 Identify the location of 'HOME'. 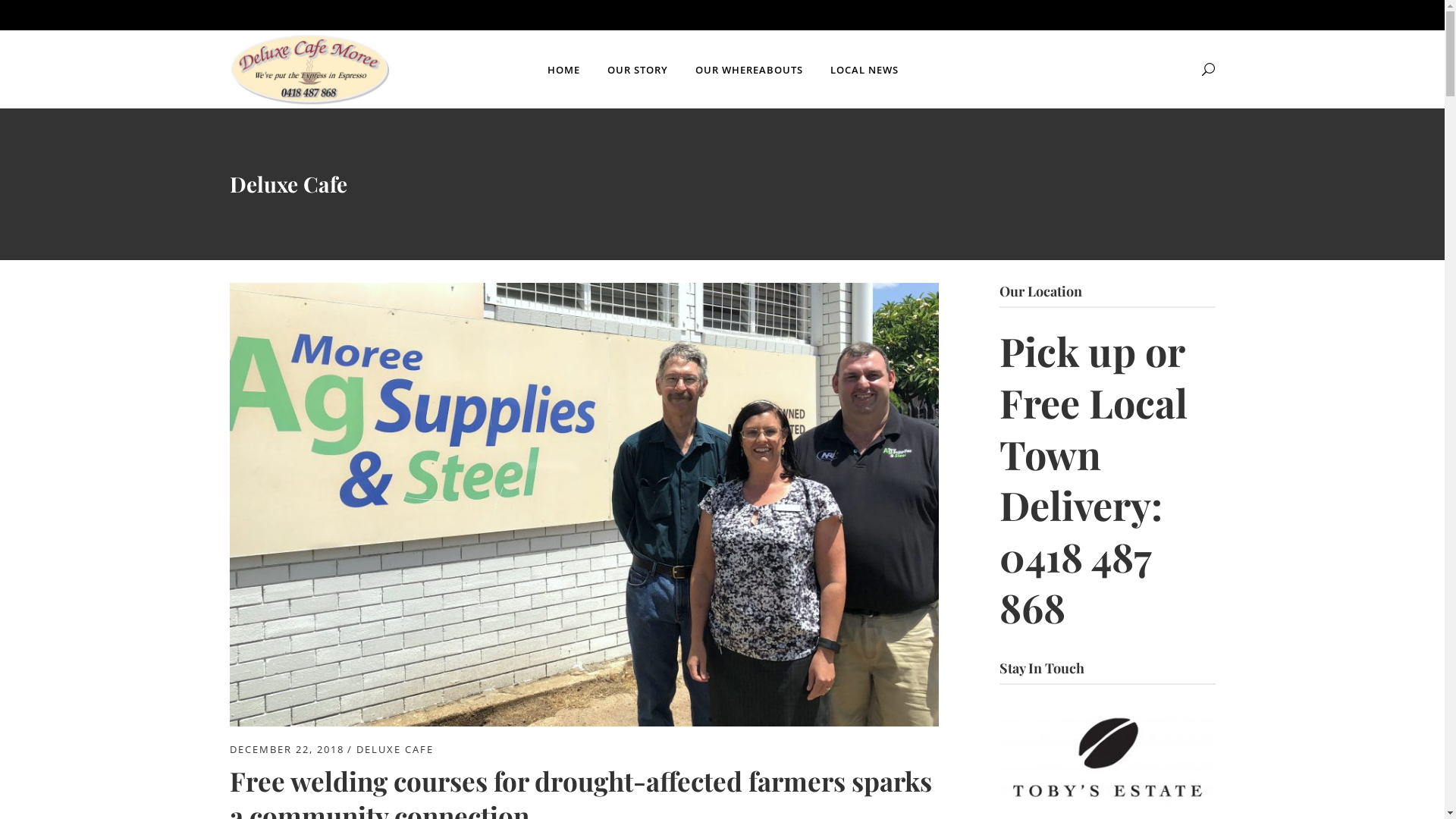
(563, 69).